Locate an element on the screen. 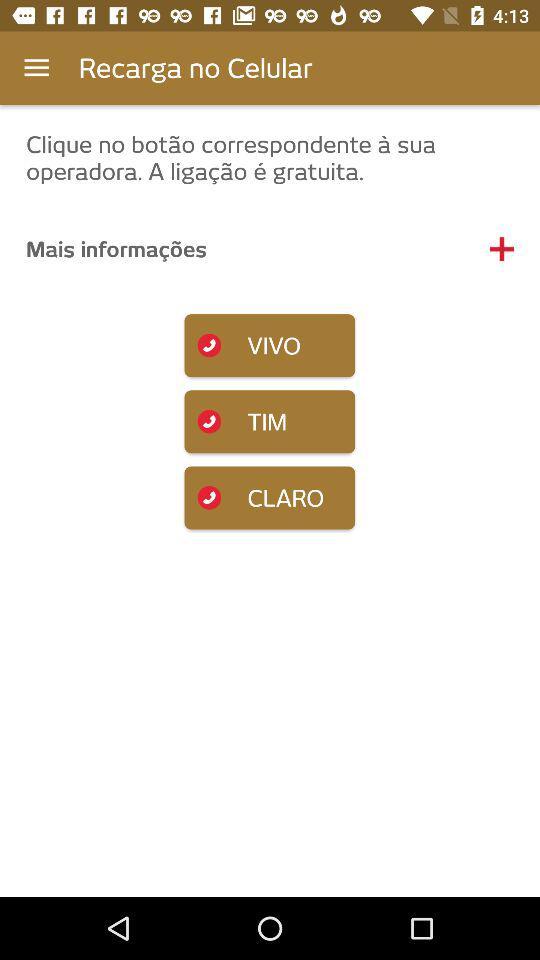 Image resolution: width=540 pixels, height=960 pixels. item below vivo item is located at coordinates (269, 421).